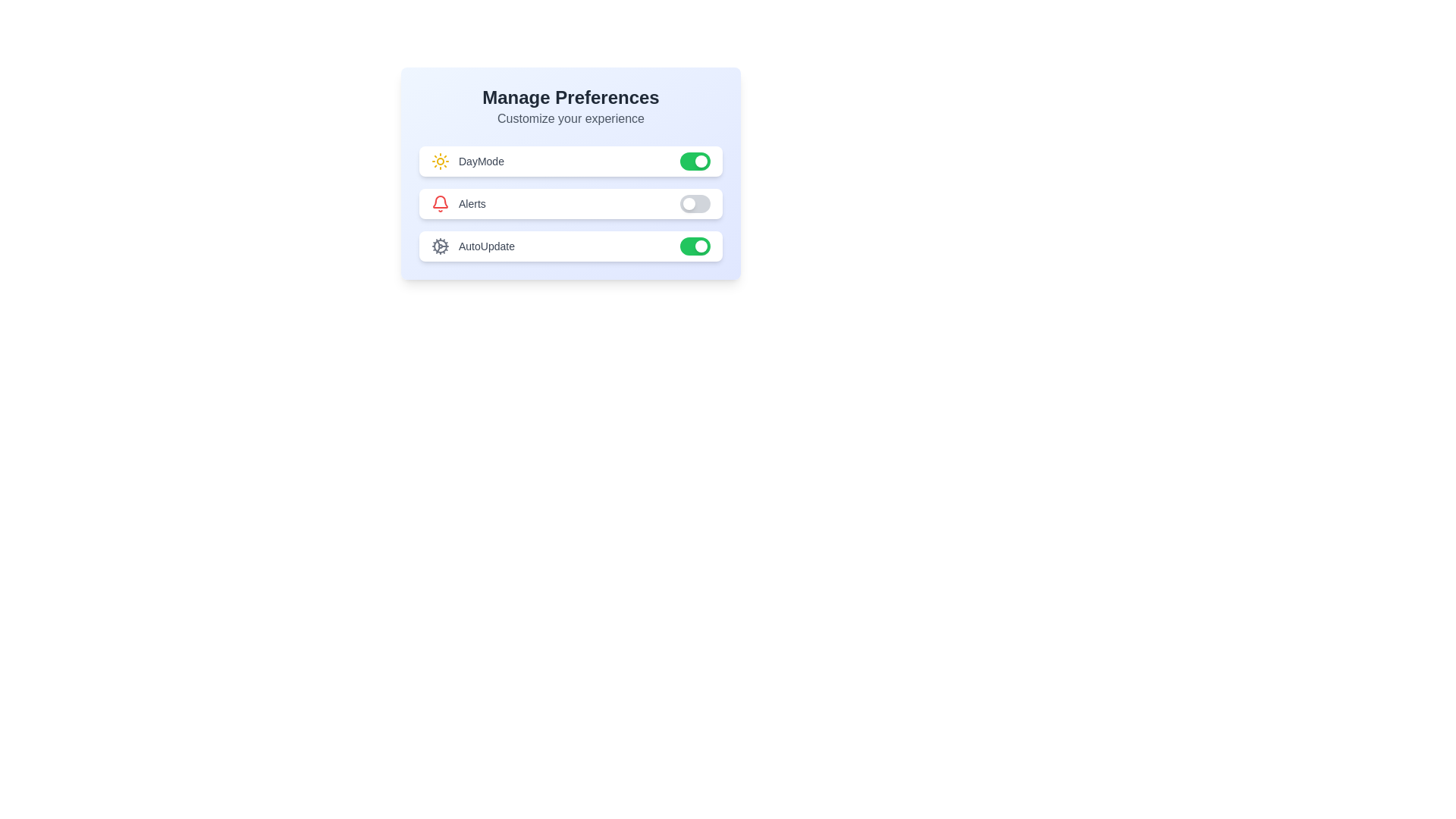 The image size is (1456, 819). Describe the element at coordinates (570, 97) in the screenshot. I see `the text heading element titled 'Manage Preferences', which is centrally aligned and serves as the title for preference management` at that location.